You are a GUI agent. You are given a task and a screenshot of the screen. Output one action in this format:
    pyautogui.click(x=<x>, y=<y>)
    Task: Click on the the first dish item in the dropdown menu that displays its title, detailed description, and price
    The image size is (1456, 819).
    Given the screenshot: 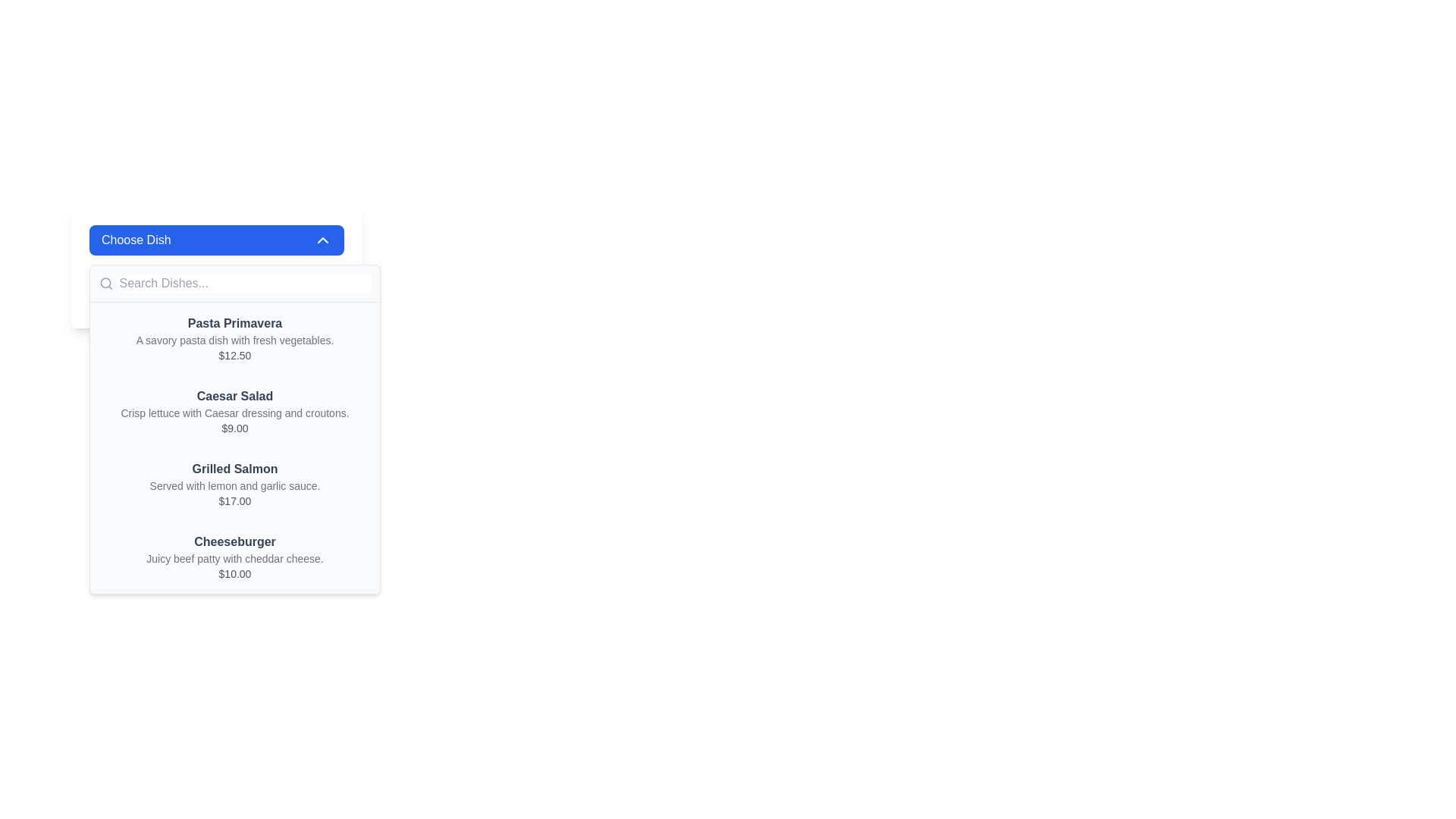 What is the action you would take?
    pyautogui.click(x=234, y=338)
    